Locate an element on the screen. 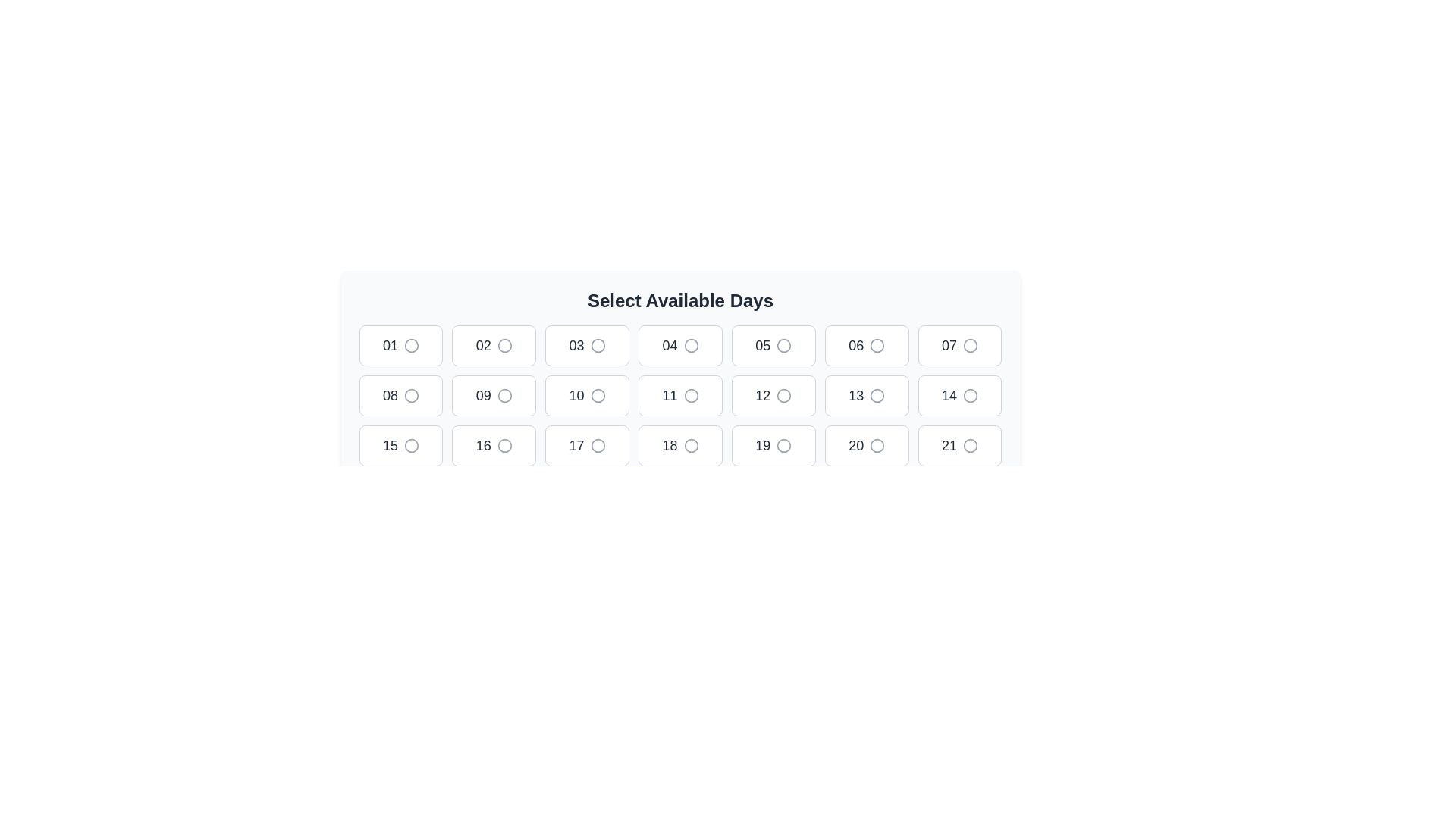 The image size is (1456, 819). the Static Number Label that displays '02', located in the second cell of the first row of a grid layout is located at coordinates (482, 345).